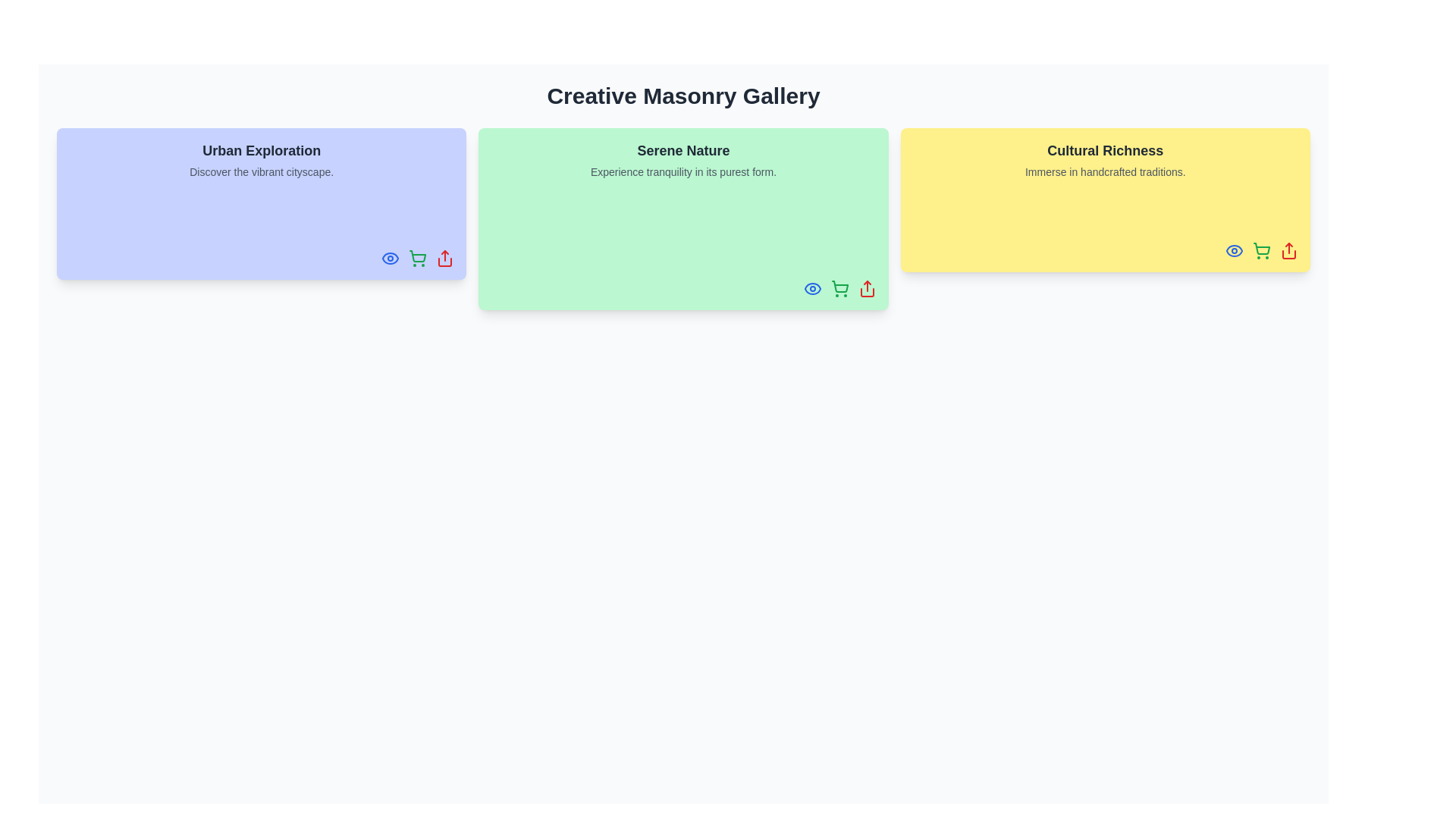  What do you see at coordinates (262, 171) in the screenshot?
I see `the descriptive subtitle text element located in the first card beneath the heading 'Urban Exploration' and above the icons` at bounding box center [262, 171].